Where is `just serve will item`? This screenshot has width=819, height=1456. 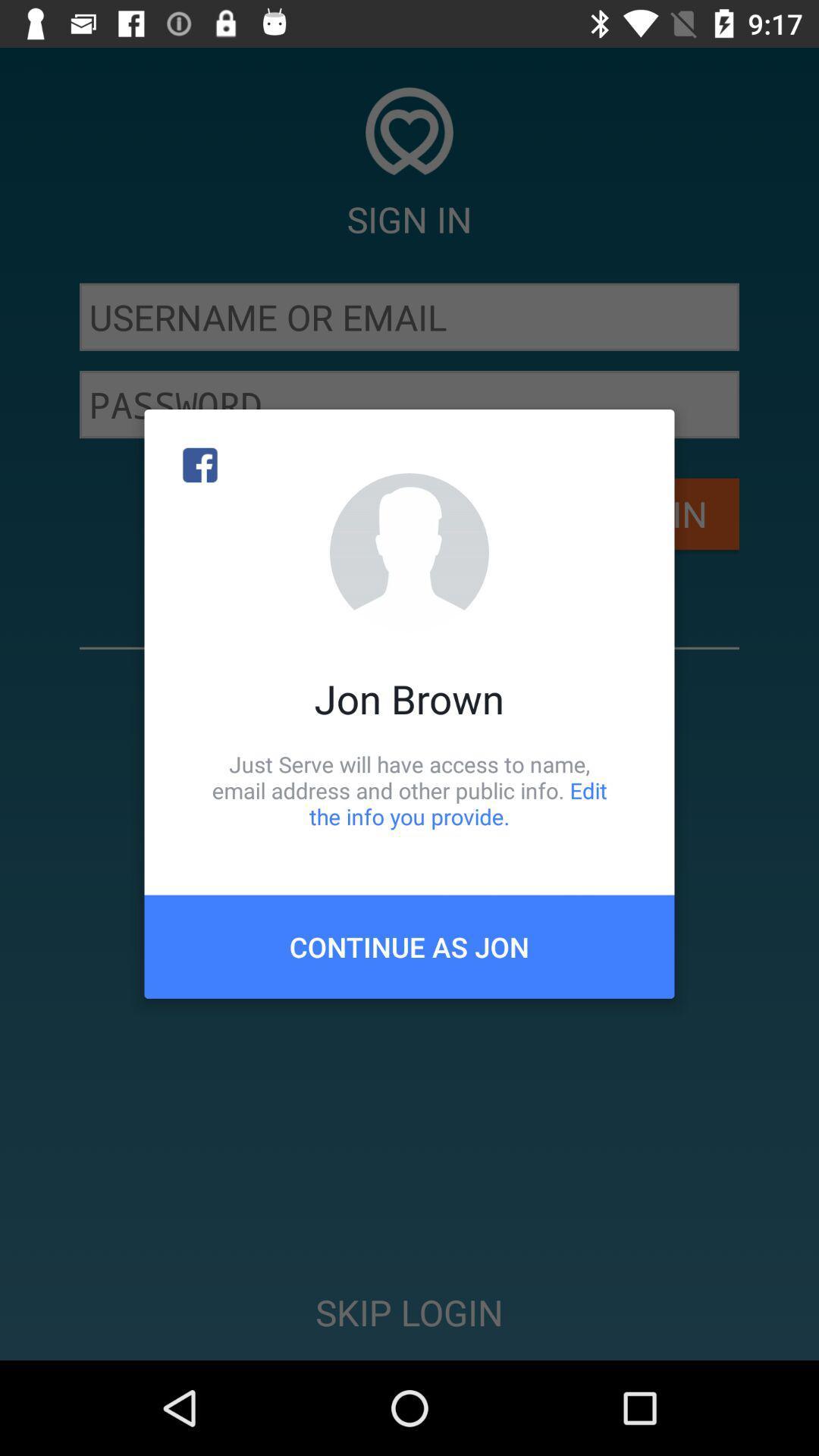 just serve will item is located at coordinates (409, 789).